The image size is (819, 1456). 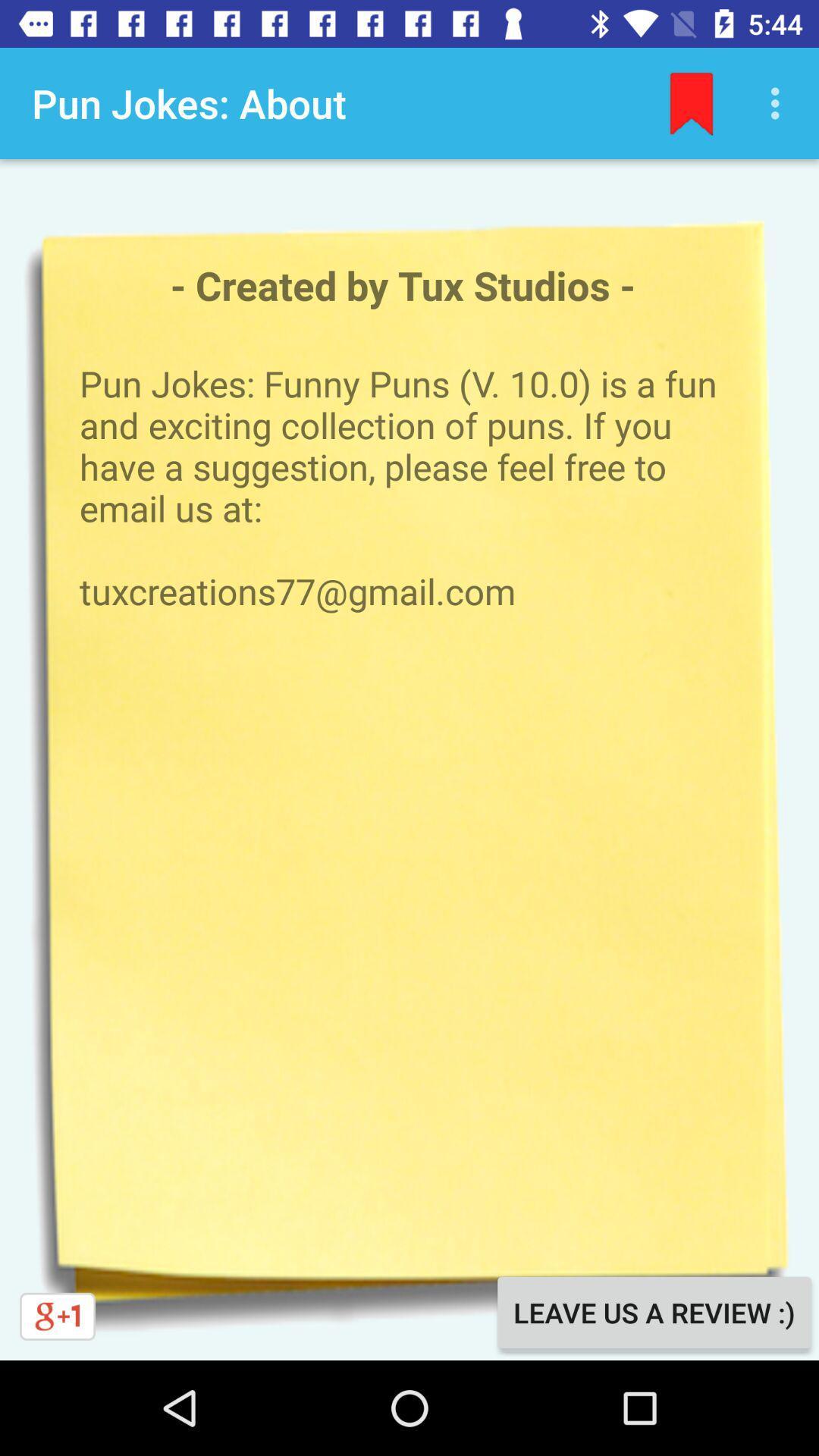 What do you see at coordinates (653, 1312) in the screenshot?
I see `the icon at the bottom right corner` at bounding box center [653, 1312].